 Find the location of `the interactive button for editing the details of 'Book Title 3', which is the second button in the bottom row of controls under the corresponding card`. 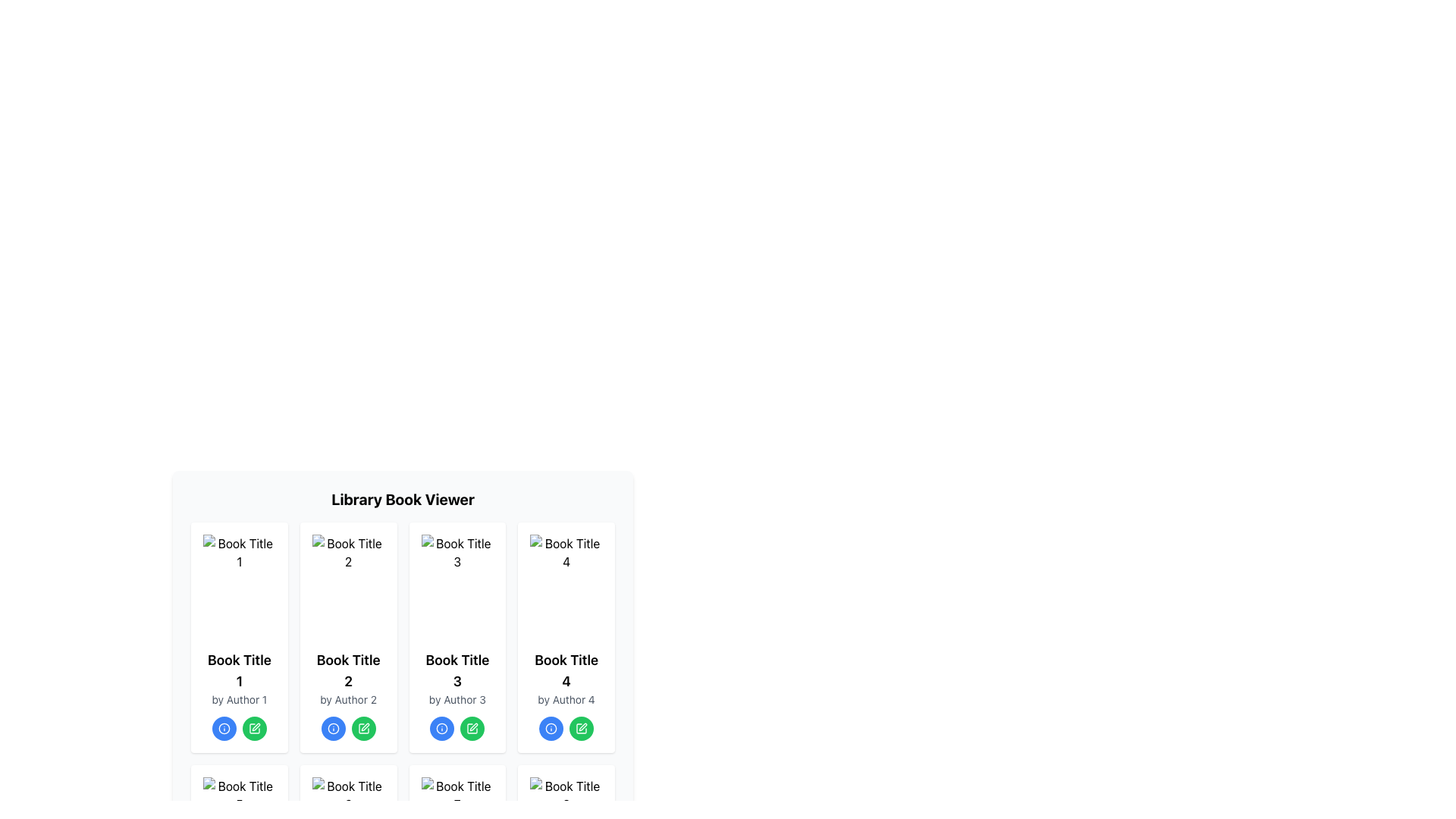

the interactive button for editing the details of 'Book Title 3', which is the second button in the bottom row of controls under the corresponding card is located at coordinates (472, 727).